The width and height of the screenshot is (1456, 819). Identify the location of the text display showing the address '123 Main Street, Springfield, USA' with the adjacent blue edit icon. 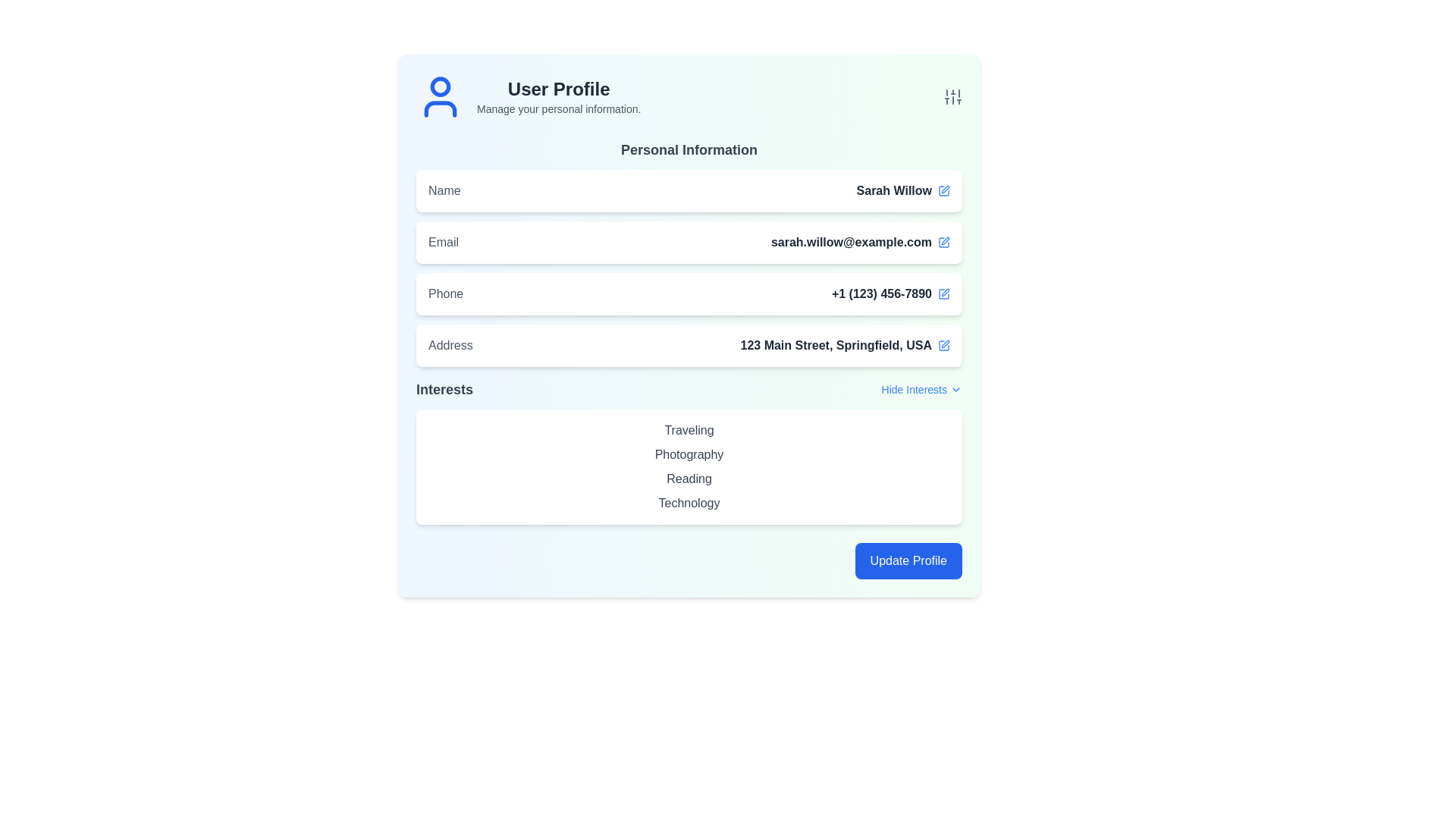
(844, 345).